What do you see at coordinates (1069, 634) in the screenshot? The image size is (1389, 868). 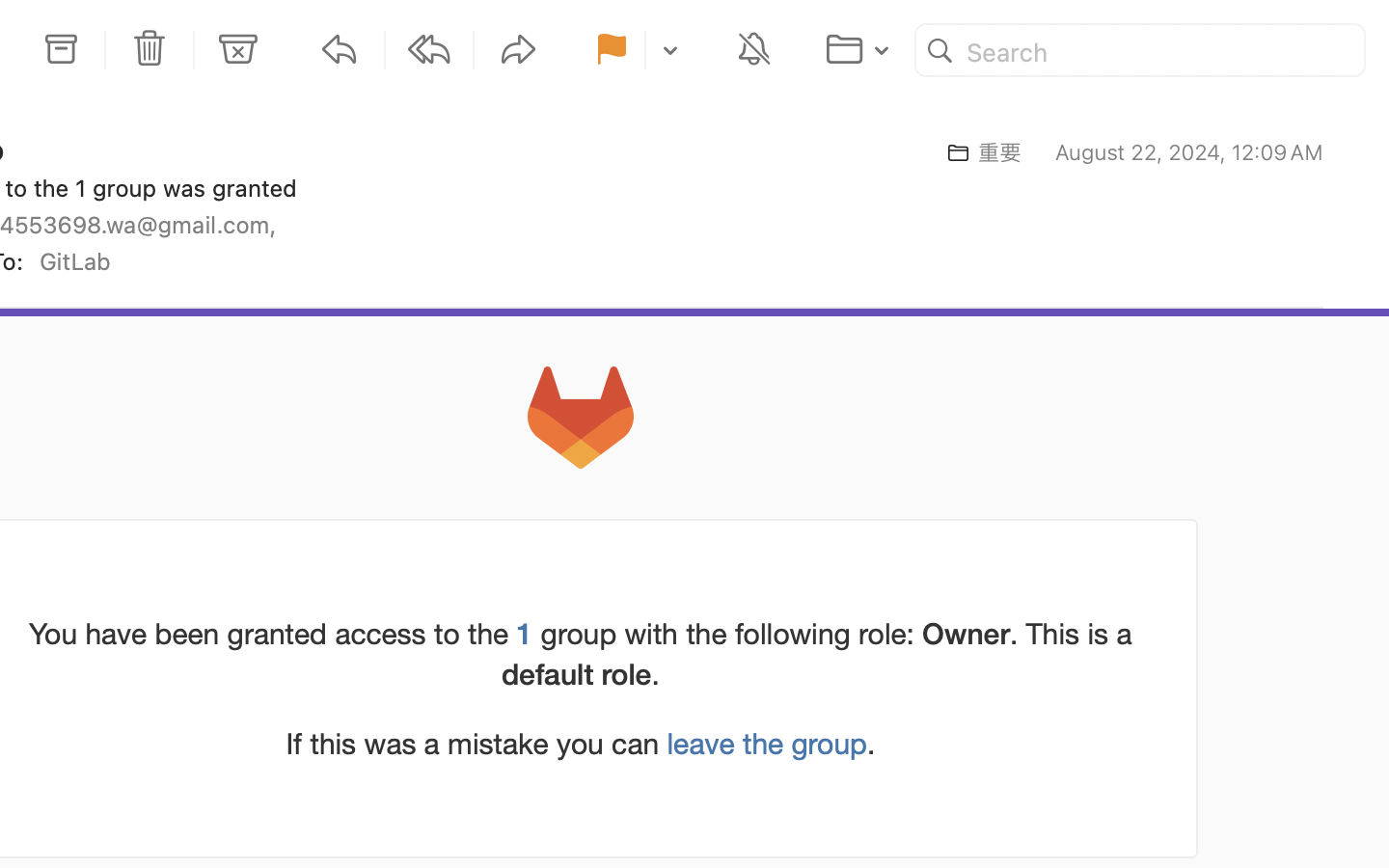 I see `'. This is a'` at bounding box center [1069, 634].